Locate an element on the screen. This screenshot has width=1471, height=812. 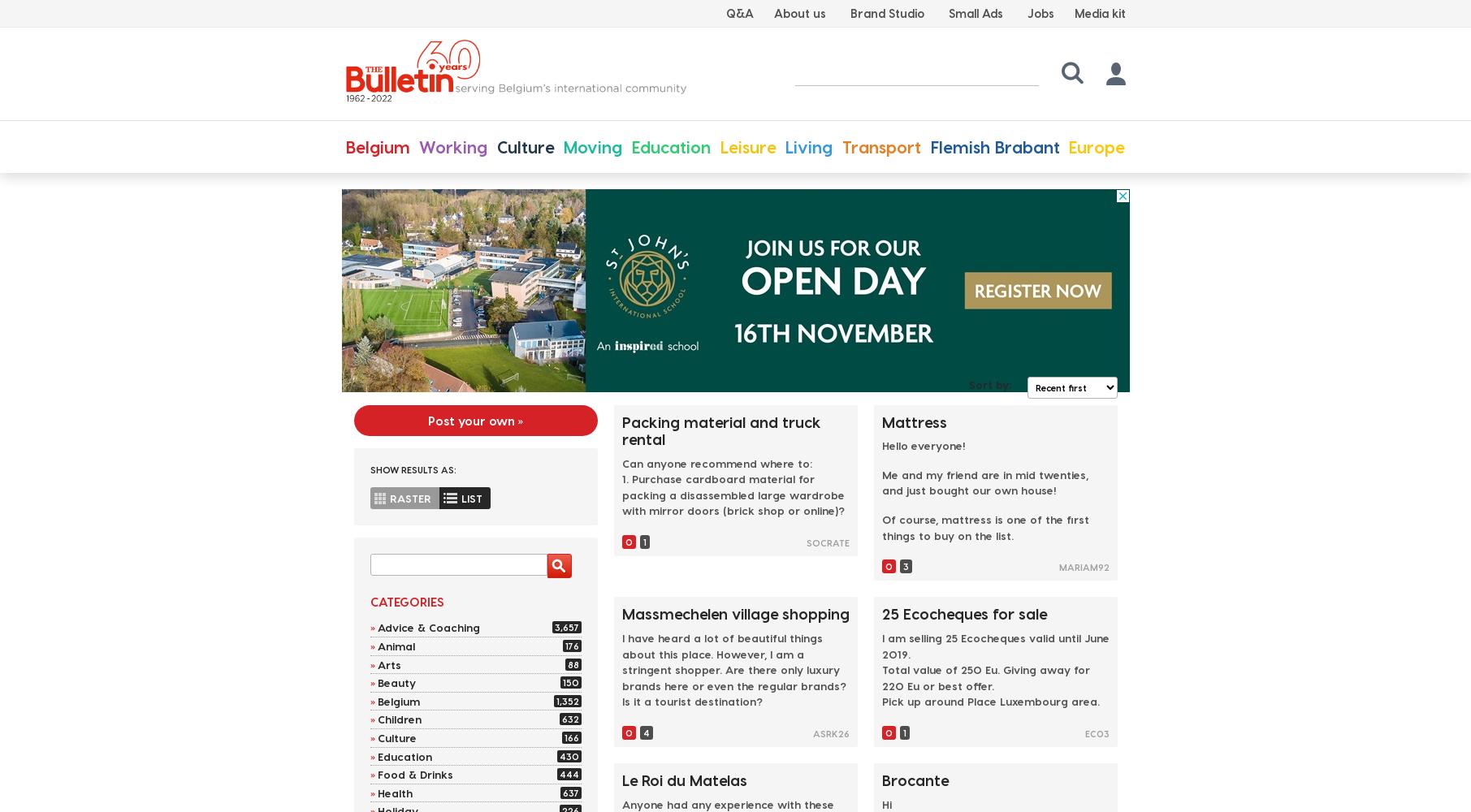
'Europe' is located at coordinates (1096, 146).